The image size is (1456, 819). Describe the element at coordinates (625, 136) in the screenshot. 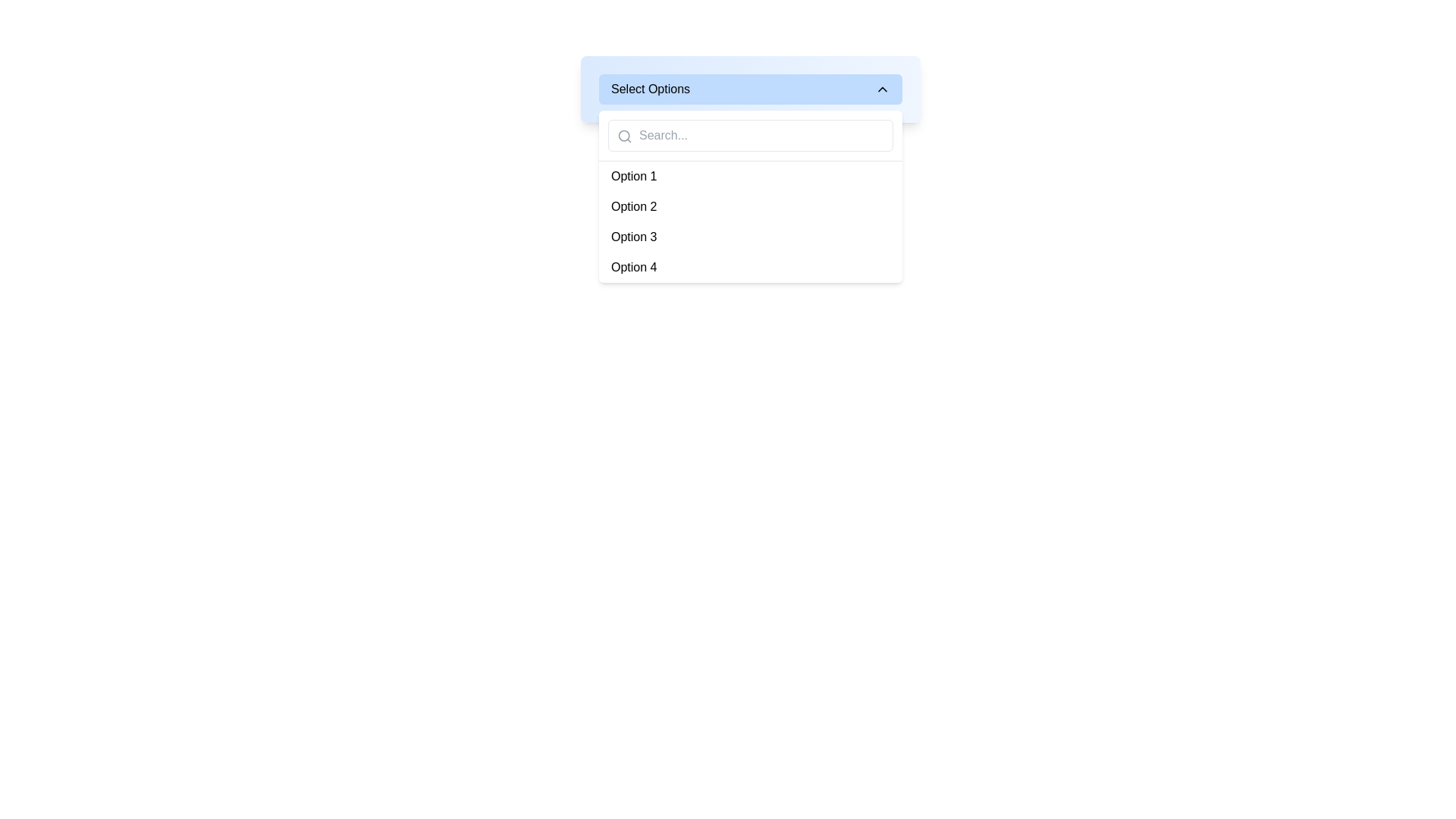

I see `the gray magnifying glass icon enclosed within a circular design, located on the left side of the search input box titled 'Select Options'` at that location.